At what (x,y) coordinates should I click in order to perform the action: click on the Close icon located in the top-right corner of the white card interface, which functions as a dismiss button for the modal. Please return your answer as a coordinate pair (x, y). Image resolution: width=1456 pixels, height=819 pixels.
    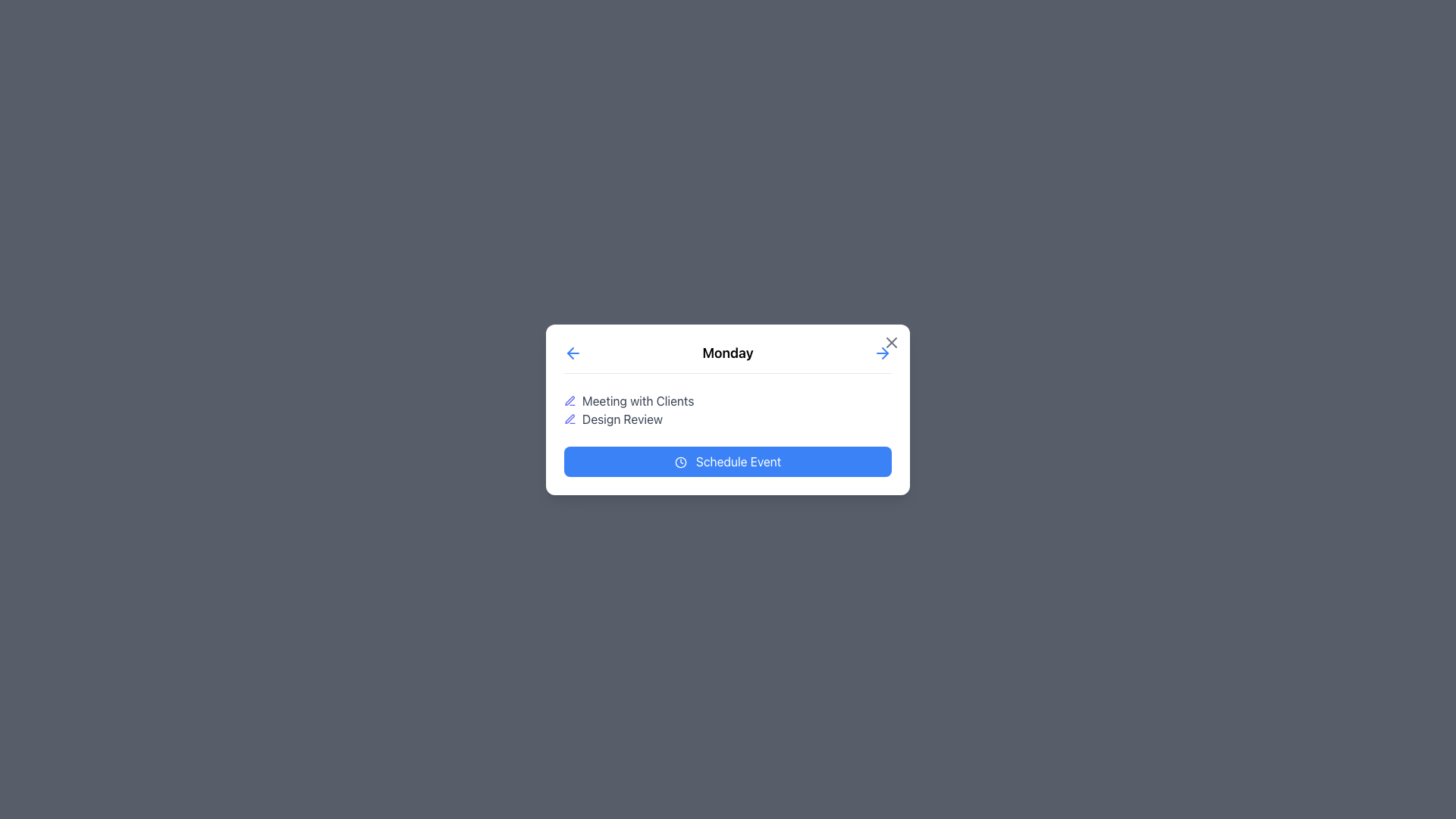
    Looking at the image, I should click on (892, 342).